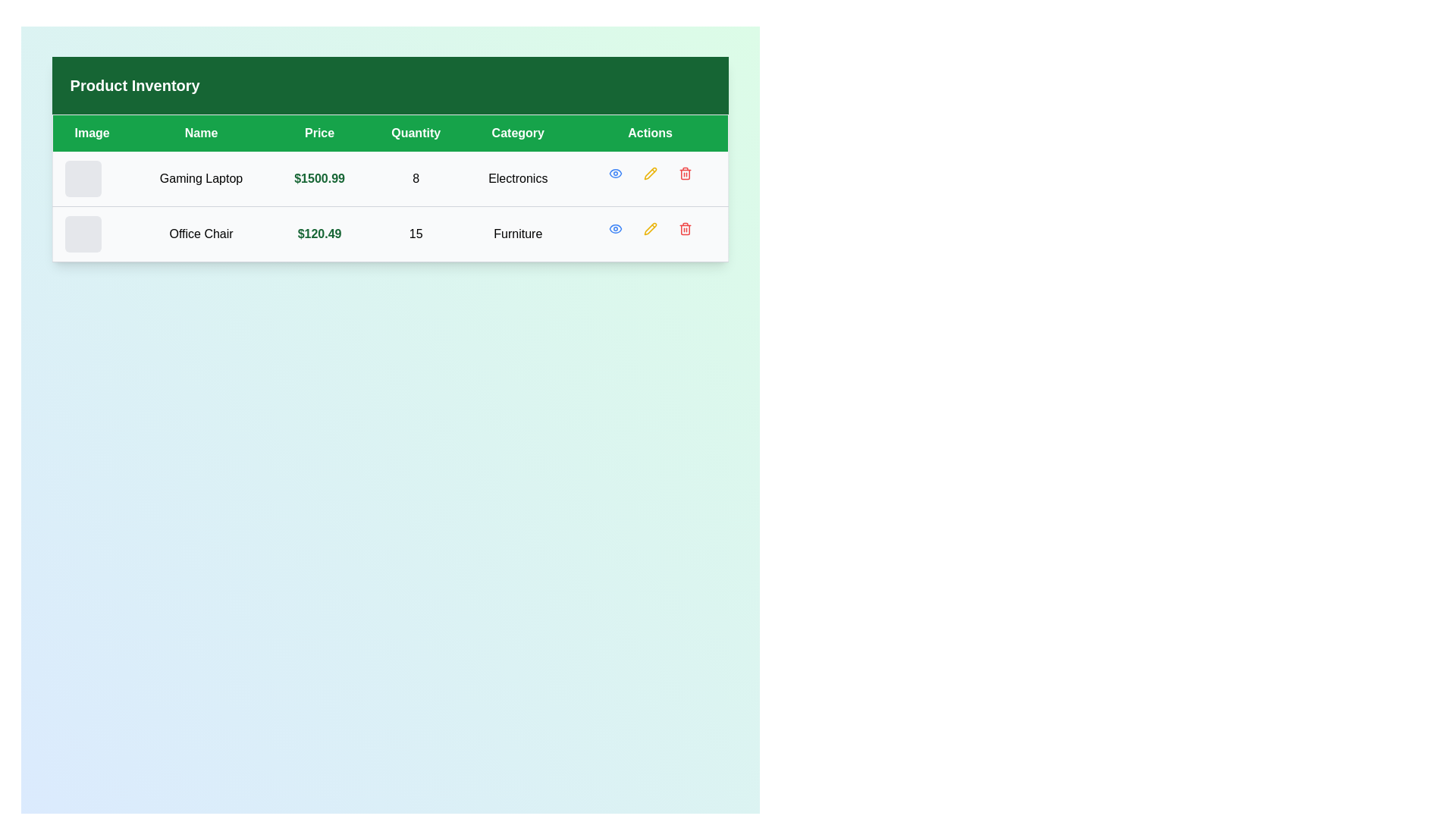 This screenshot has height=819, width=1456. Describe the element at coordinates (200, 178) in the screenshot. I see `the TextDisplay element located in the second column of the first row of the data table under the 'Product Inventory' header` at that location.